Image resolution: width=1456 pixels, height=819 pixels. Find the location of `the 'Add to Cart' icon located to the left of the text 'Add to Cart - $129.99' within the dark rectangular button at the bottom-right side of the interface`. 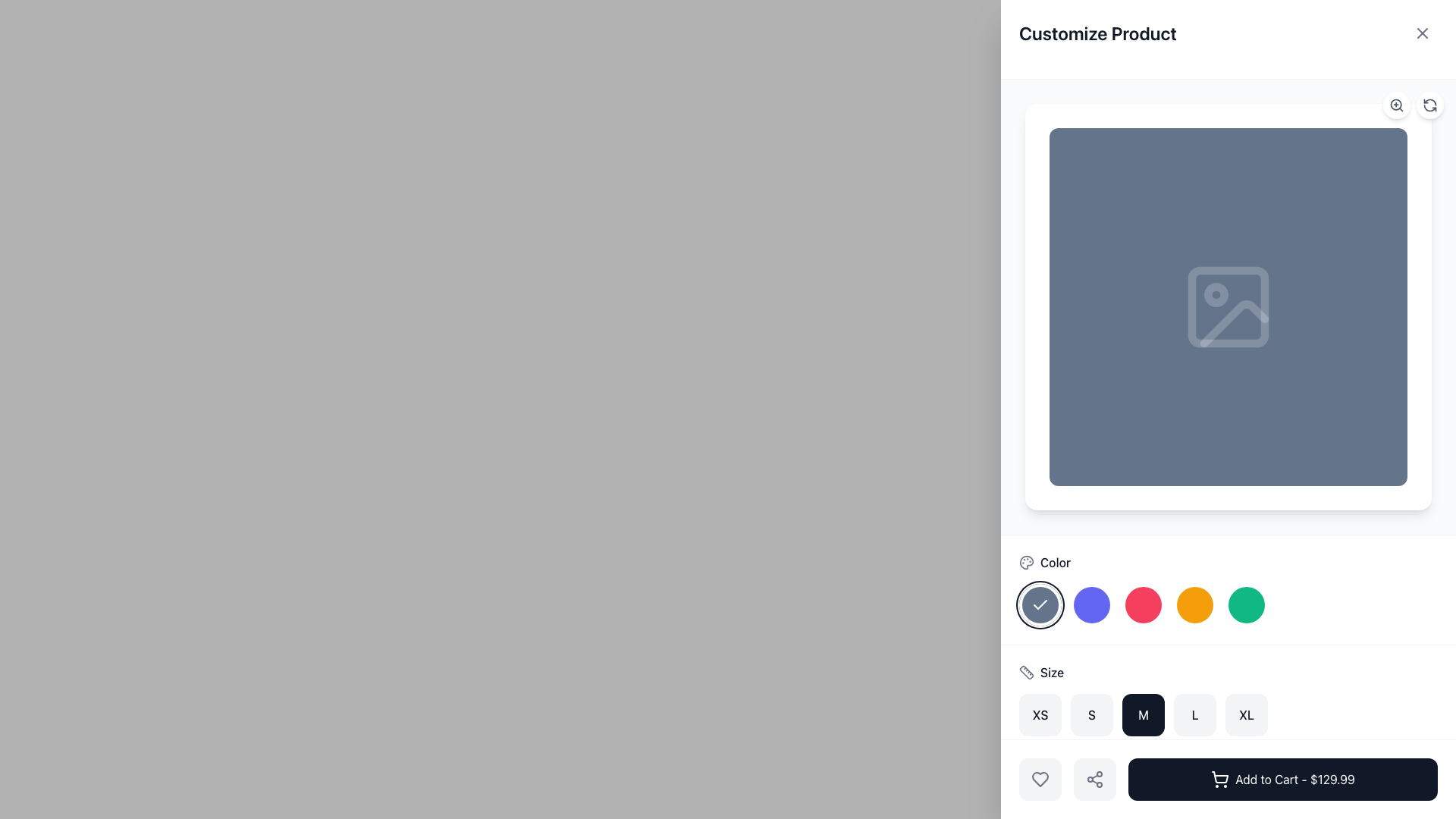

the 'Add to Cart' icon located to the left of the text 'Add to Cart - $129.99' within the dark rectangular button at the bottom-right side of the interface is located at coordinates (1220, 780).